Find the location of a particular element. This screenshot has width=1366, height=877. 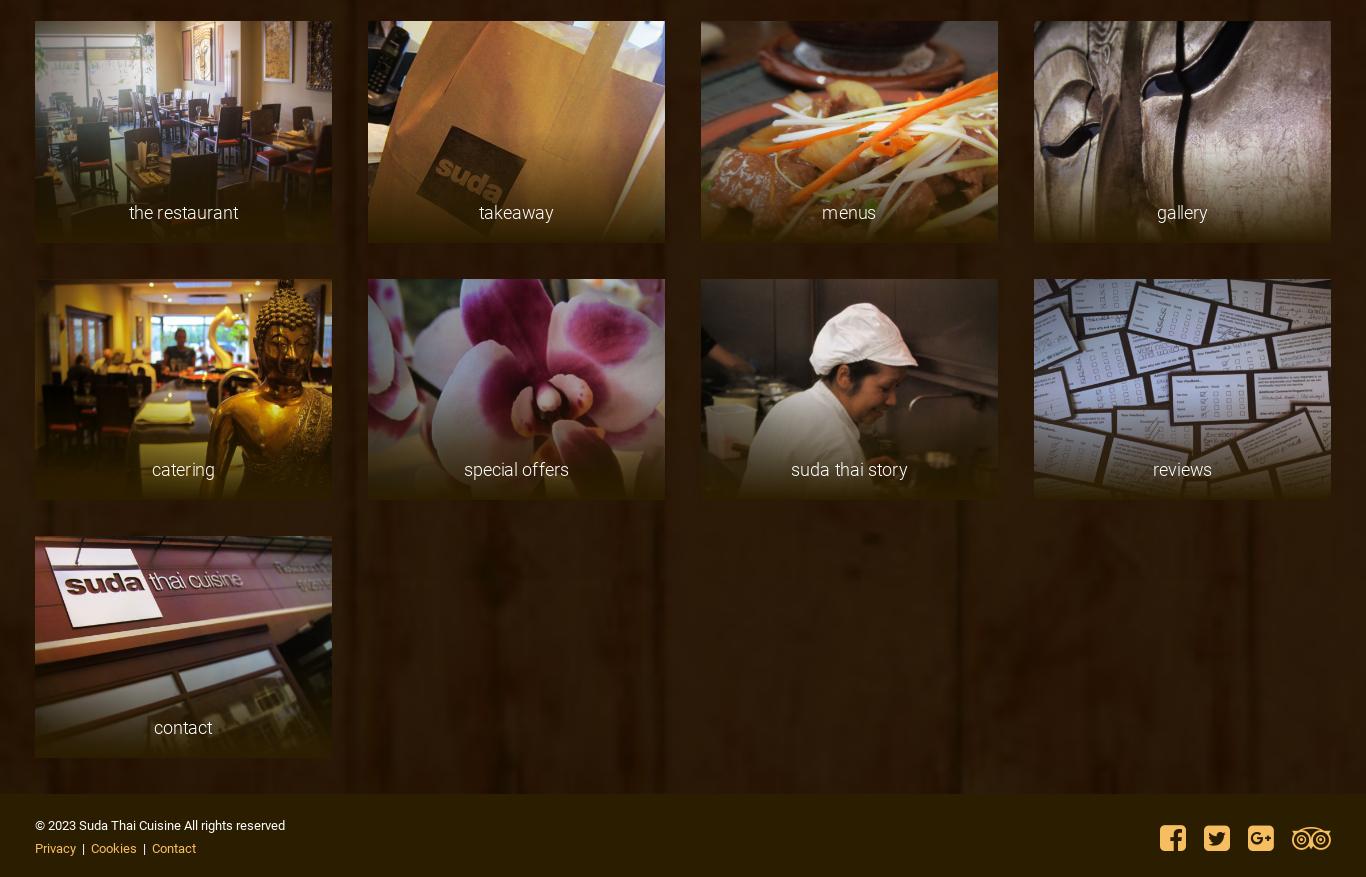

'the restaurant' is located at coordinates (182, 210).